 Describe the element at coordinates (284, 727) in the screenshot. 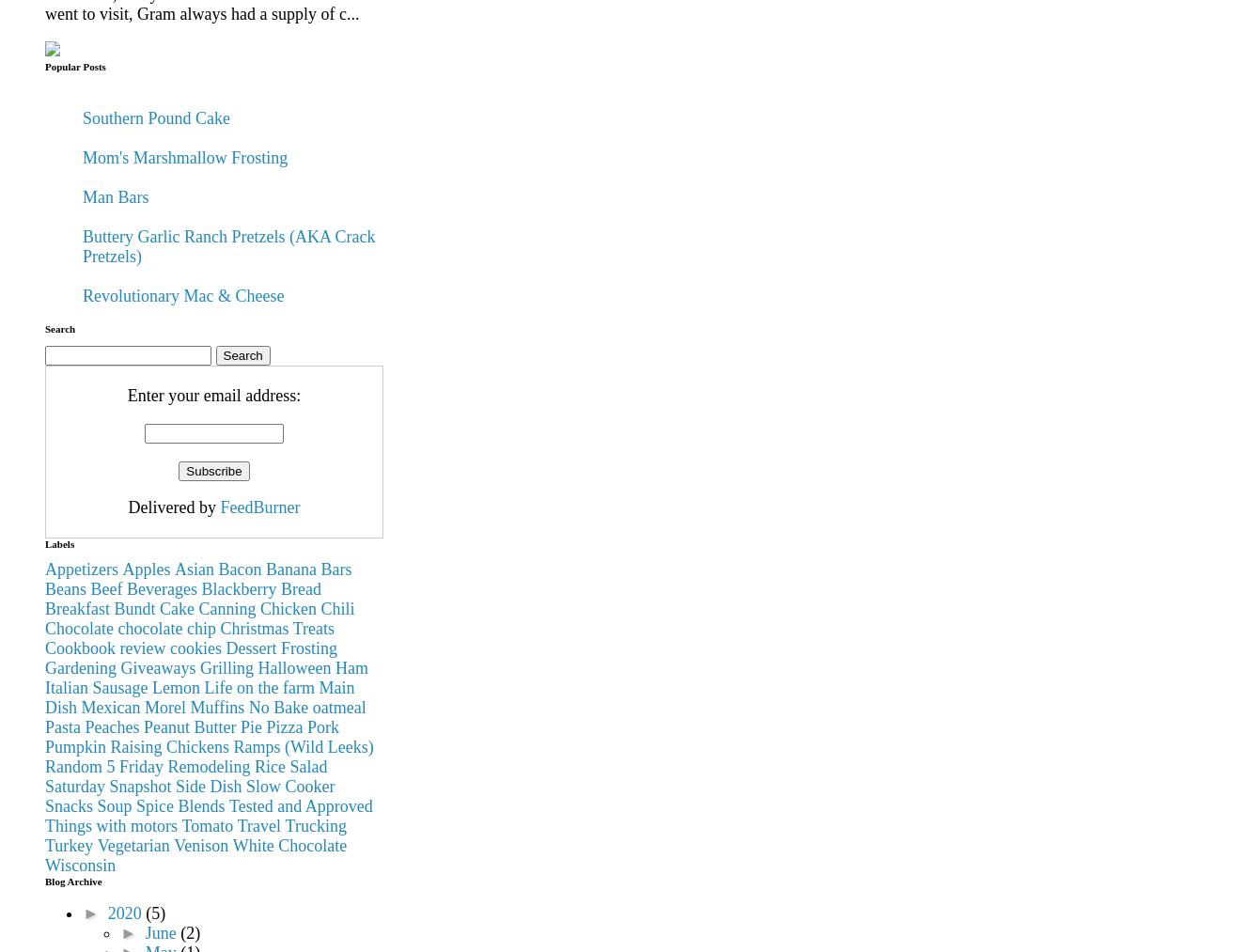

I see `'Pizza'` at that location.